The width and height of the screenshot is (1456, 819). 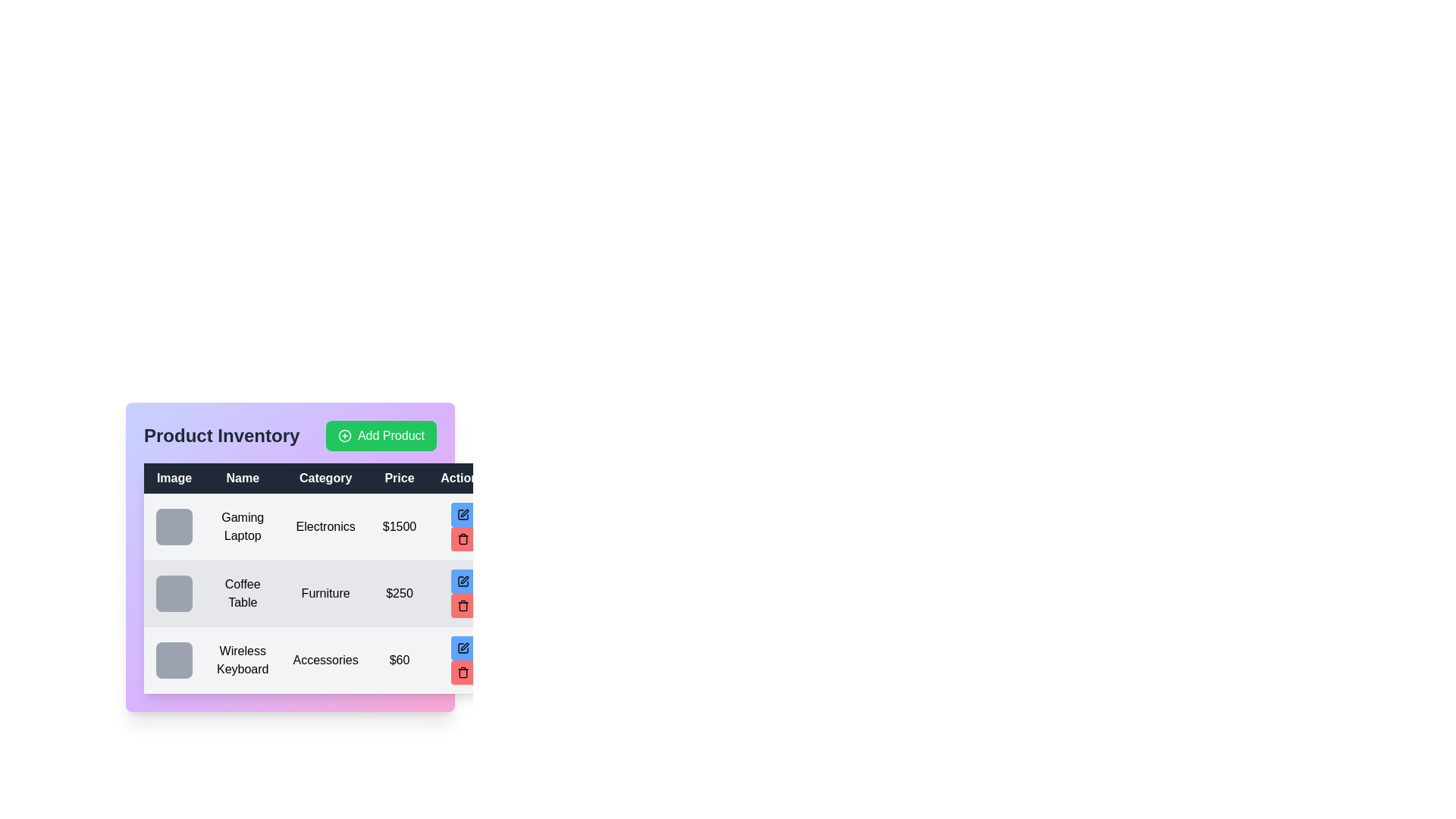 What do you see at coordinates (462, 672) in the screenshot?
I see `the trash bin icon within the red button in the 'Actions' column of the 'Wireless Keyboard' row` at bounding box center [462, 672].